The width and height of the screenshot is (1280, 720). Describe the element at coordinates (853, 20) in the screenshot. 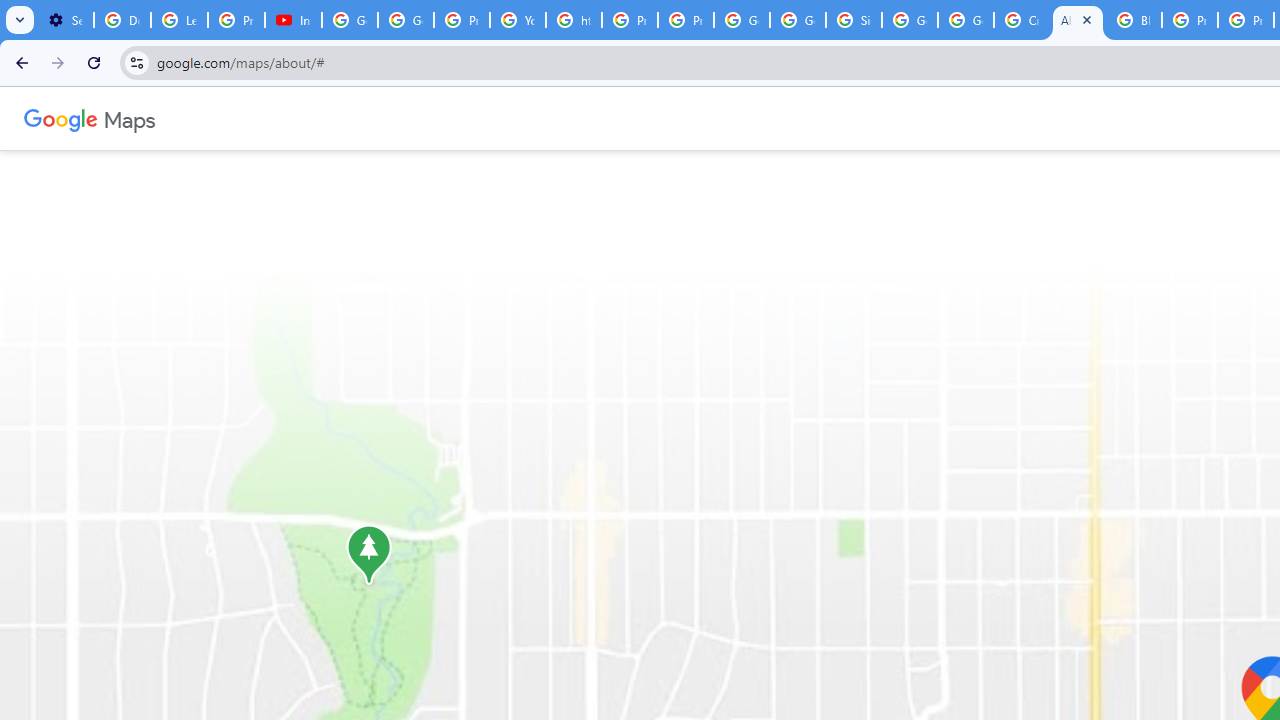

I see `'Sign in - Google Accounts'` at that location.